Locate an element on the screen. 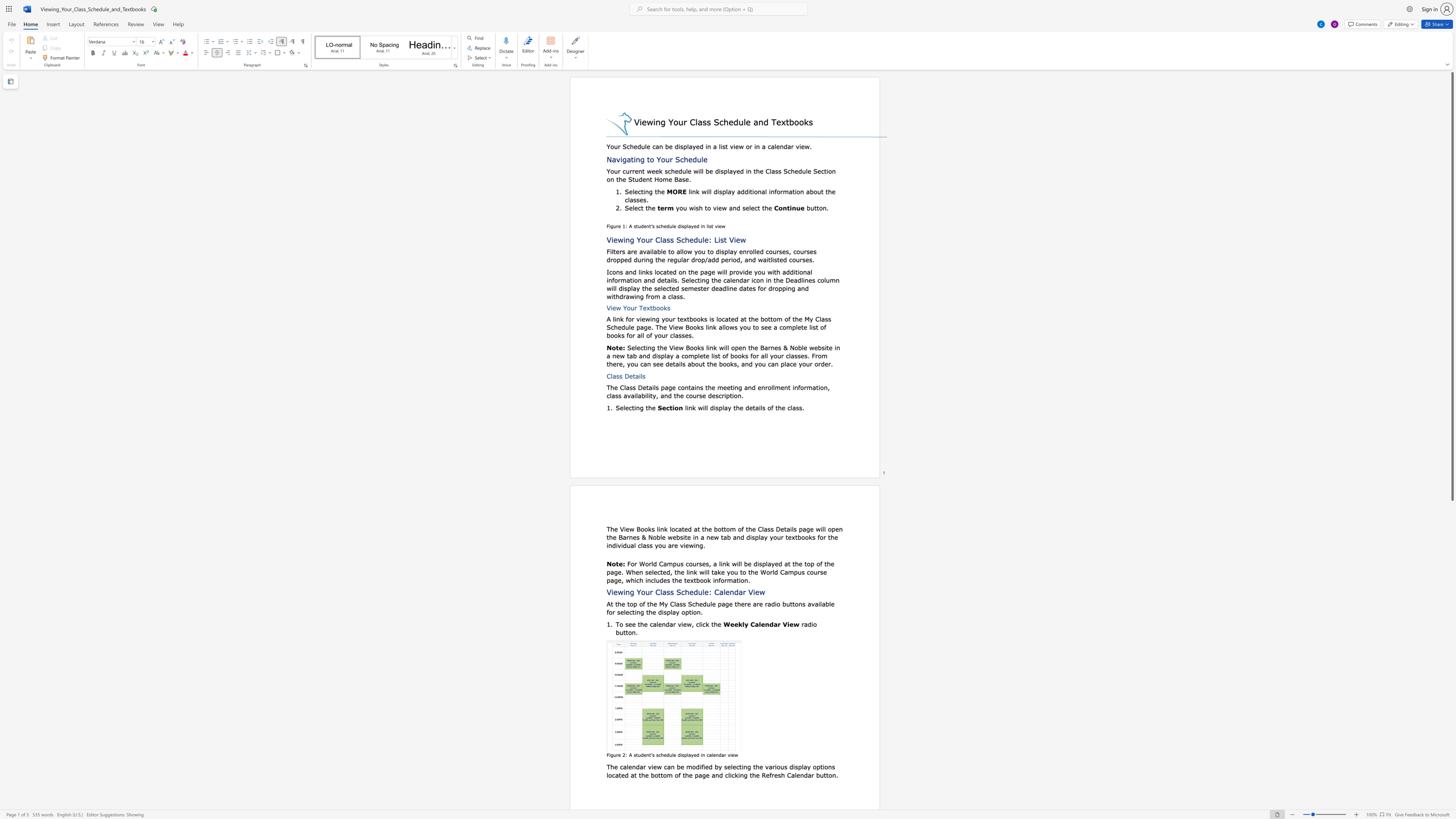 Image resolution: width=1456 pixels, height=819 pixels. the scrollbar to scroll downward is located at coordinates (1451, 541).